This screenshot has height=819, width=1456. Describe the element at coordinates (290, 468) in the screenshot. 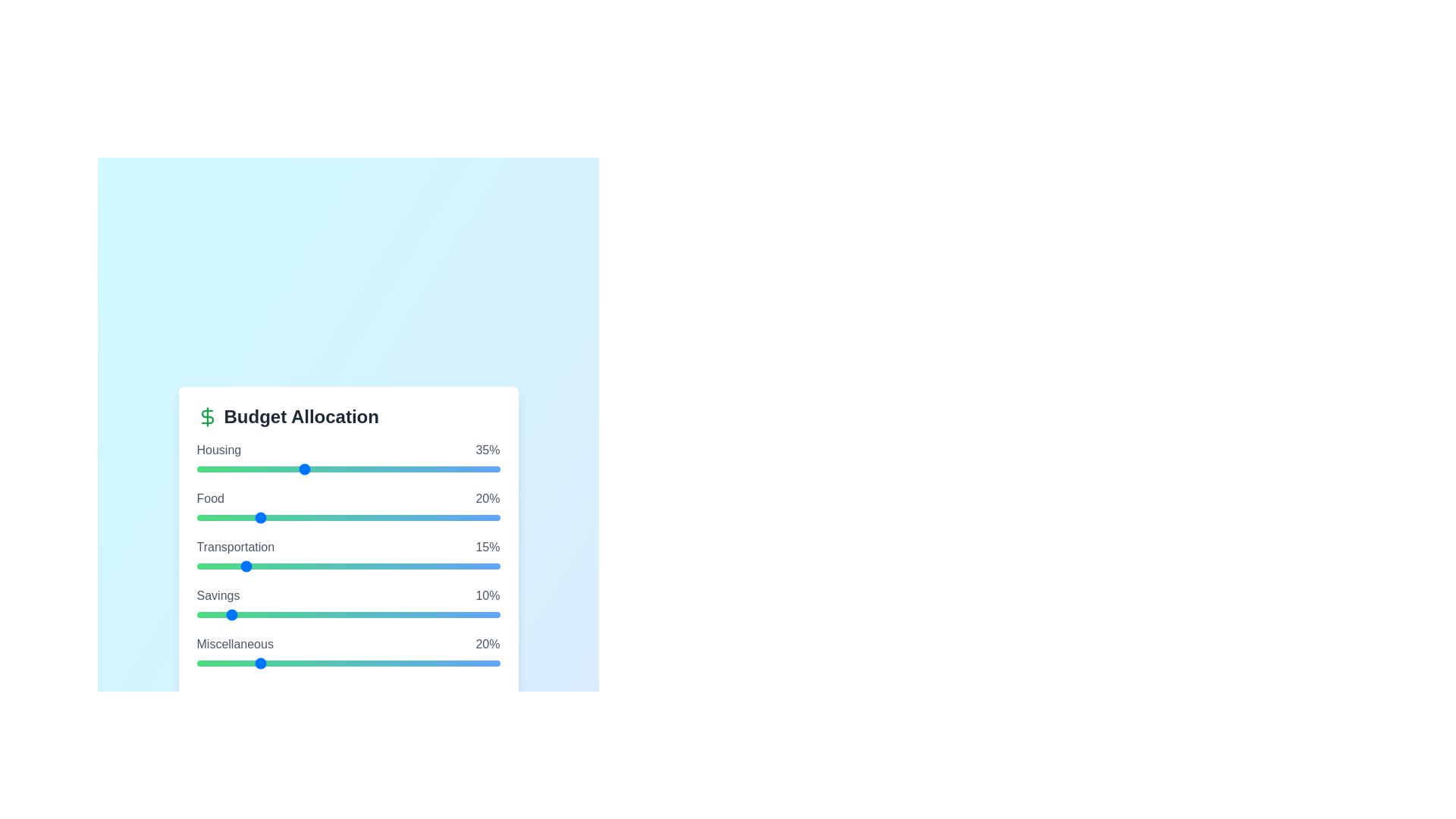

I see `the slider for a specific budget category to 31%` at that location.